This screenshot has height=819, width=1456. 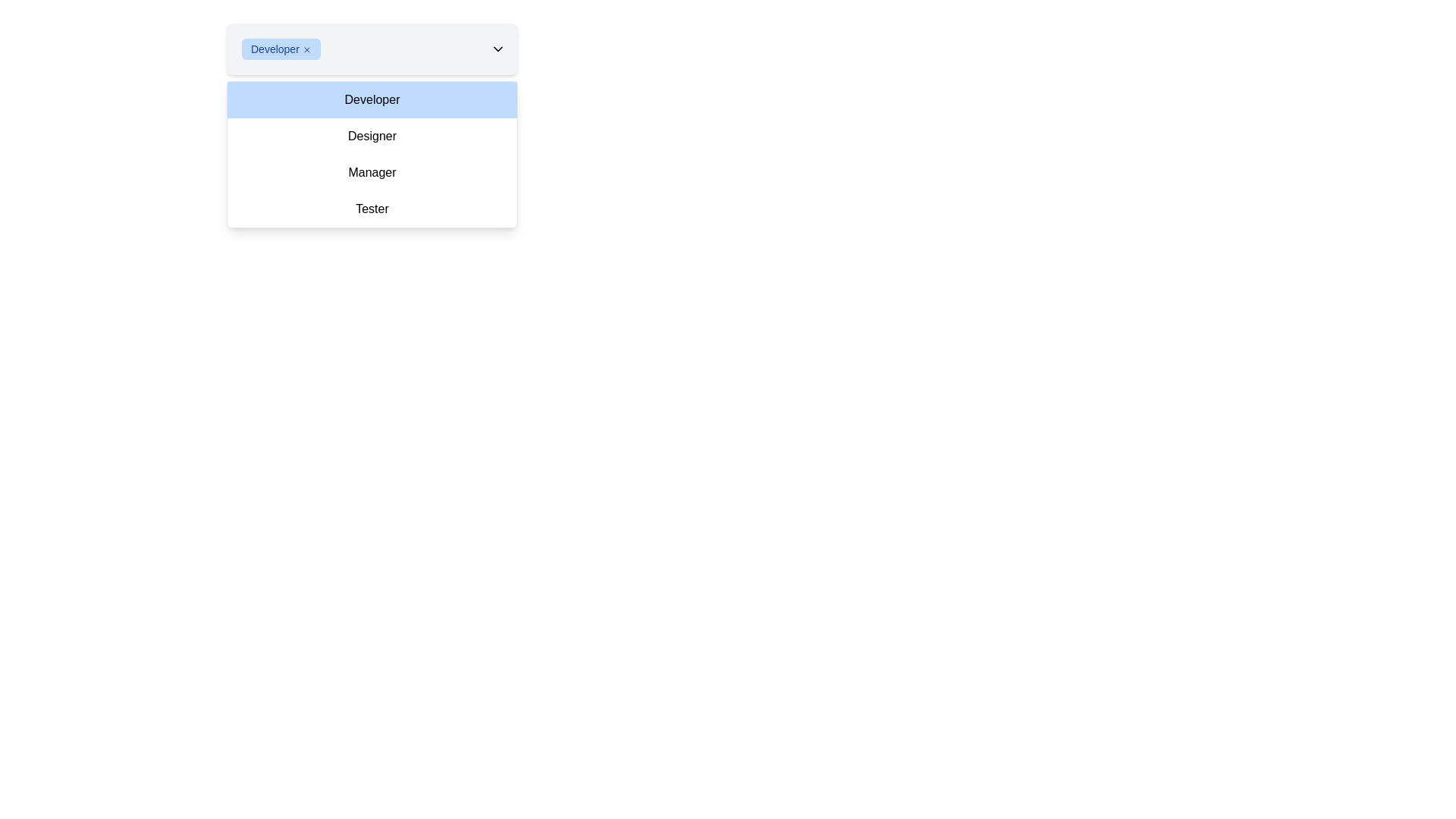 What do you see at coordinates (372, 49) in the screenshot?
I see `the currently selected option in the dropdown menu` at bounding box center [372, 49].